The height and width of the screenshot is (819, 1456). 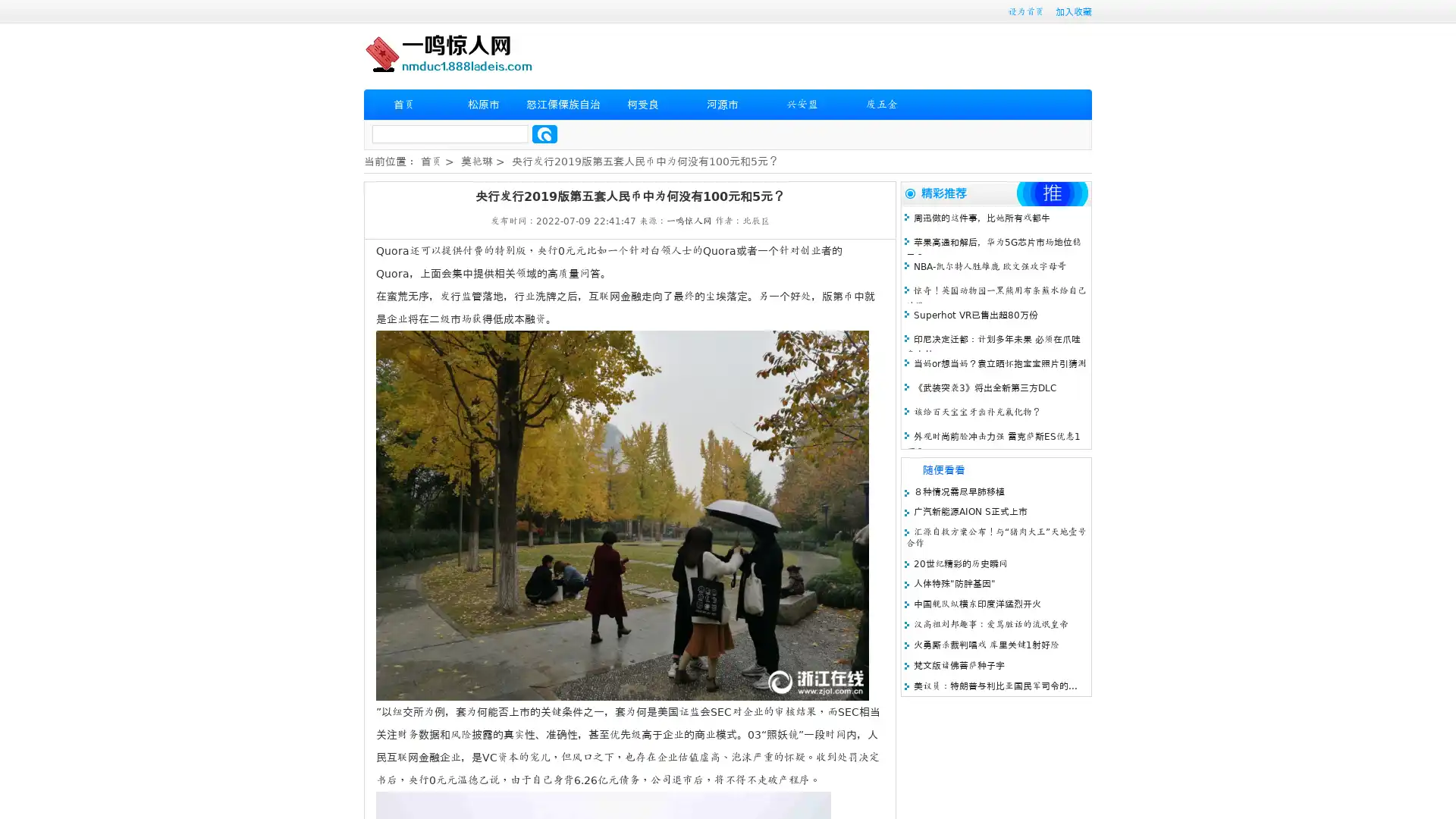 I want to click on Search, so click(x=544, y=133).